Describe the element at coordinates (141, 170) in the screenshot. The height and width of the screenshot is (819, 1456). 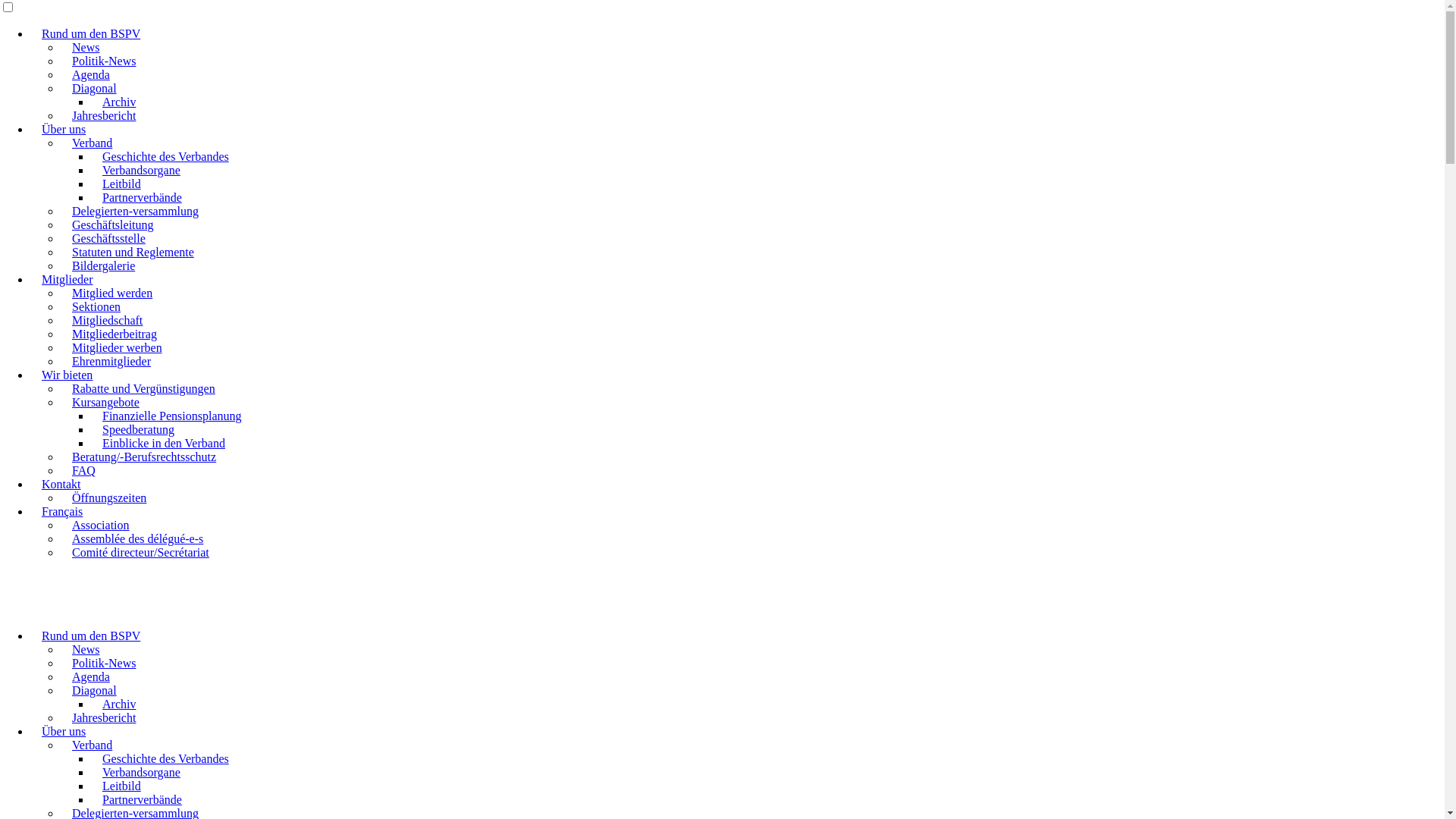
I see `'Verbandsorgane'` at that location.